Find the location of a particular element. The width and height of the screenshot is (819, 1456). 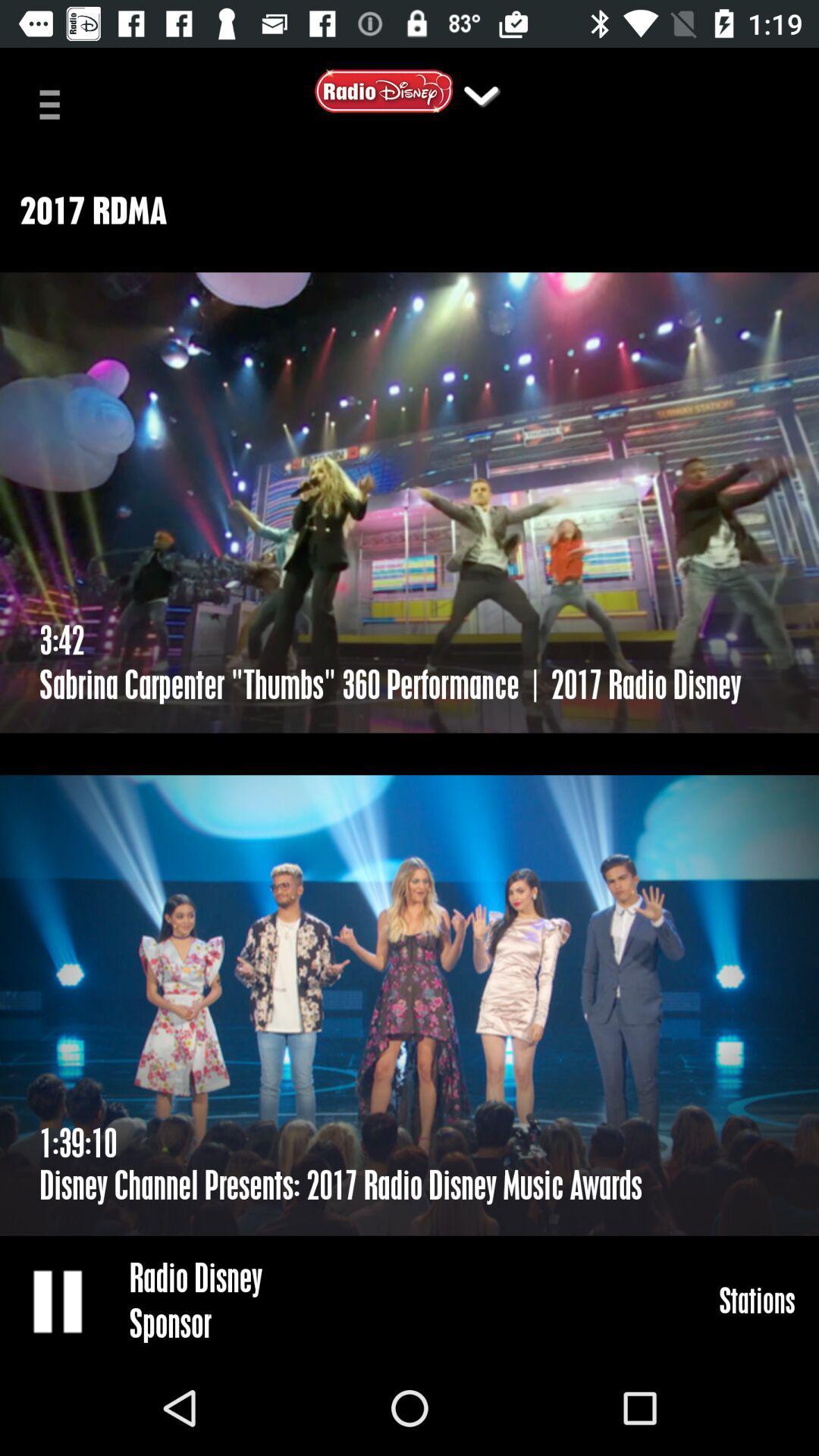

pause is located at coordinates (58, 1300).